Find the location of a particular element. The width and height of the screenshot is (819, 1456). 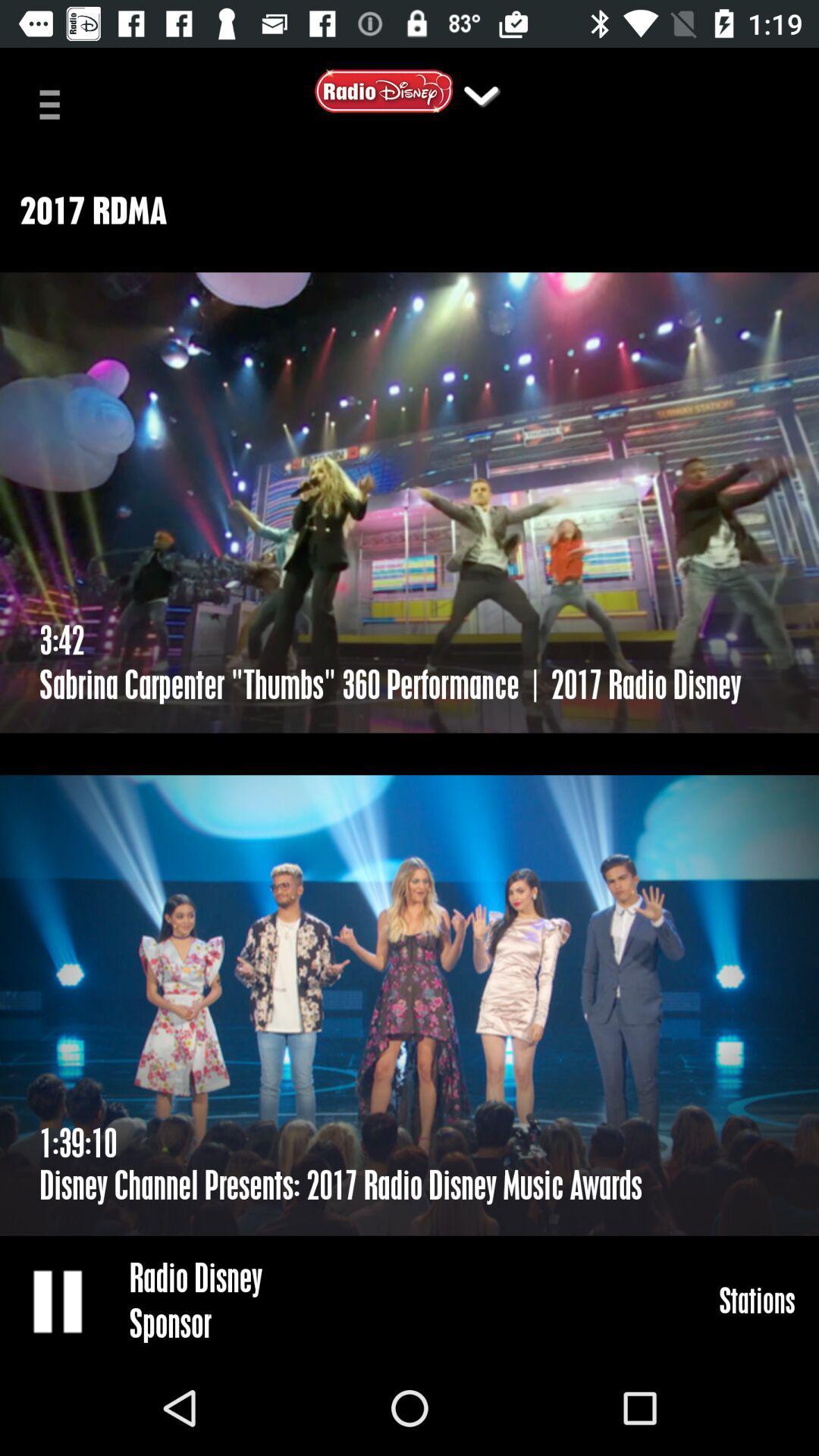

pause is located at coordinates (58, 1300).